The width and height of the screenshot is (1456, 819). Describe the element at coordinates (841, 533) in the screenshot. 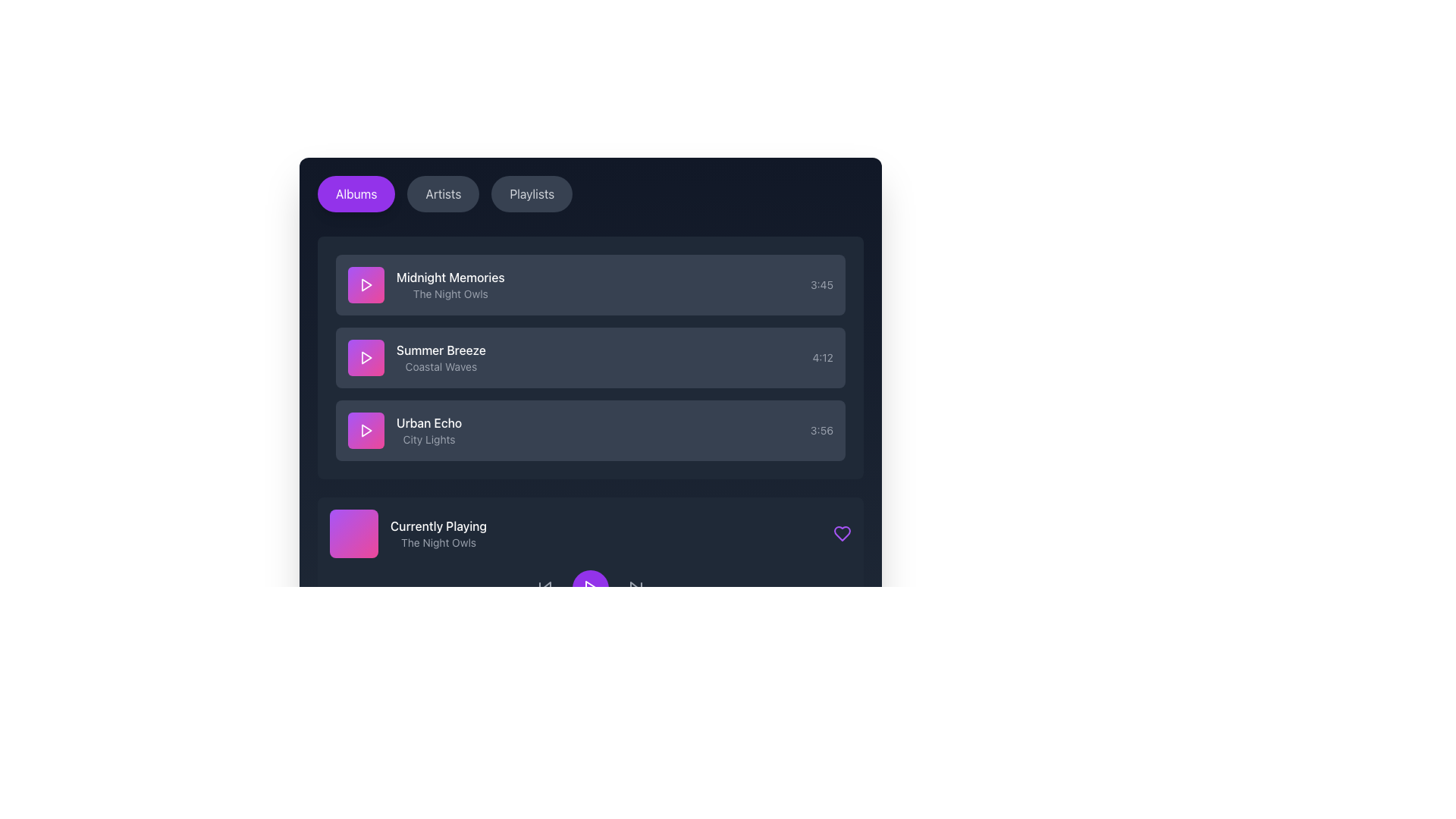

I see `the heart-shaped icon button located in the 'Currently Playing' section` at that location.